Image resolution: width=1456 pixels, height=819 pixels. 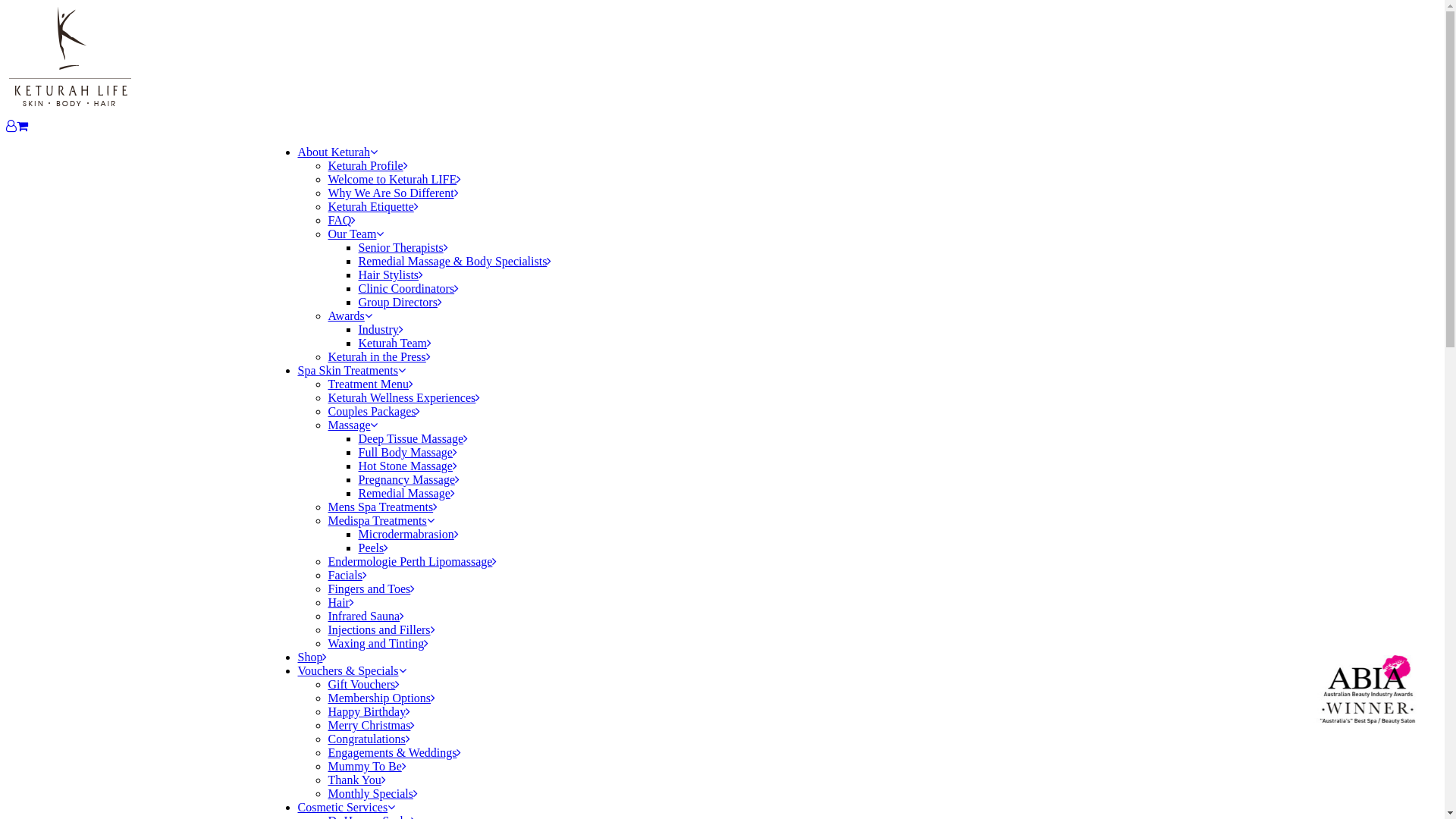 What do you see at coordinates (346, 575) in the screenshot?
I see `'Facials'` at bounding box center [346, 575].